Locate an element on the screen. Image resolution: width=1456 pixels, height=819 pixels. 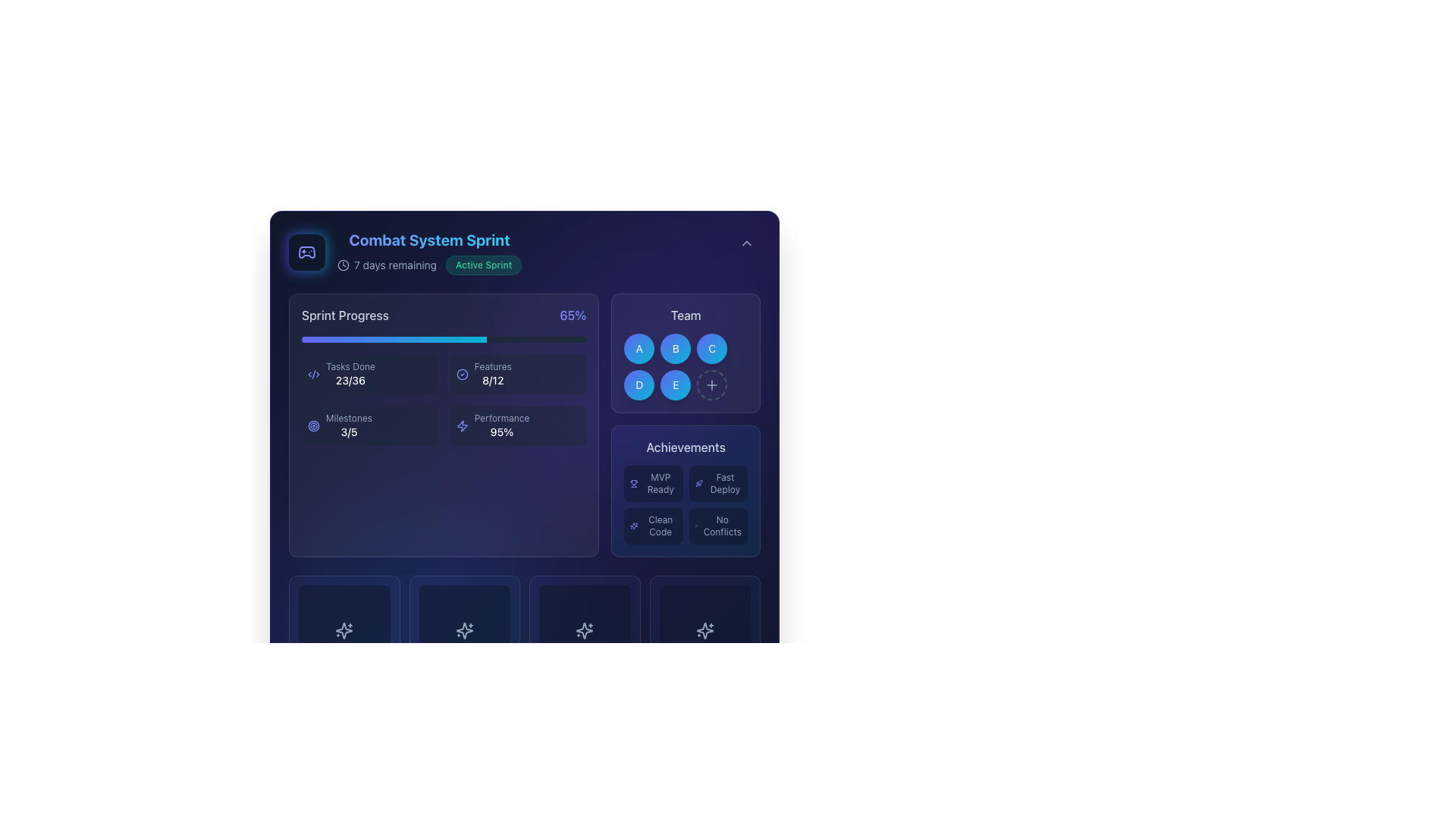
the Informational section header that displays sprint details including the sprint name, remaining days, and current status is located at coordinates (405, 251).